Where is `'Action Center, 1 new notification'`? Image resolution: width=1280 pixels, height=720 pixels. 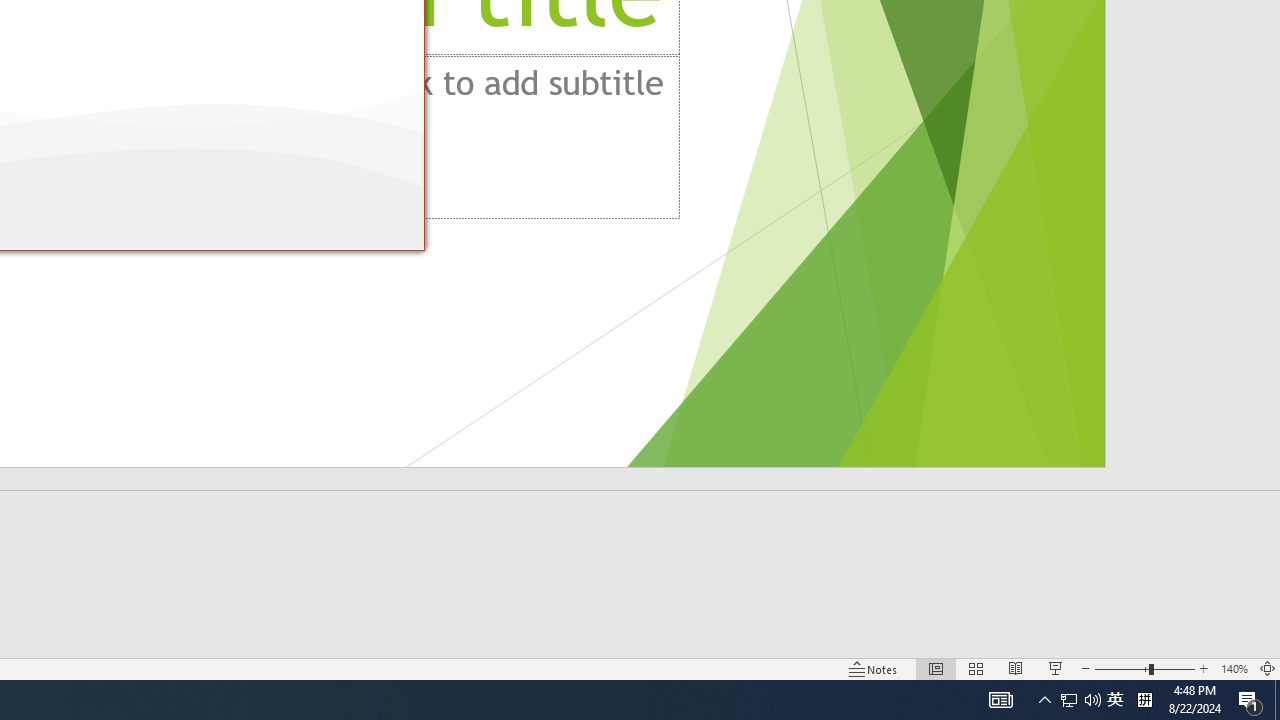 'Action Center, 1 new notification' is located at coordinates (1250, 698).